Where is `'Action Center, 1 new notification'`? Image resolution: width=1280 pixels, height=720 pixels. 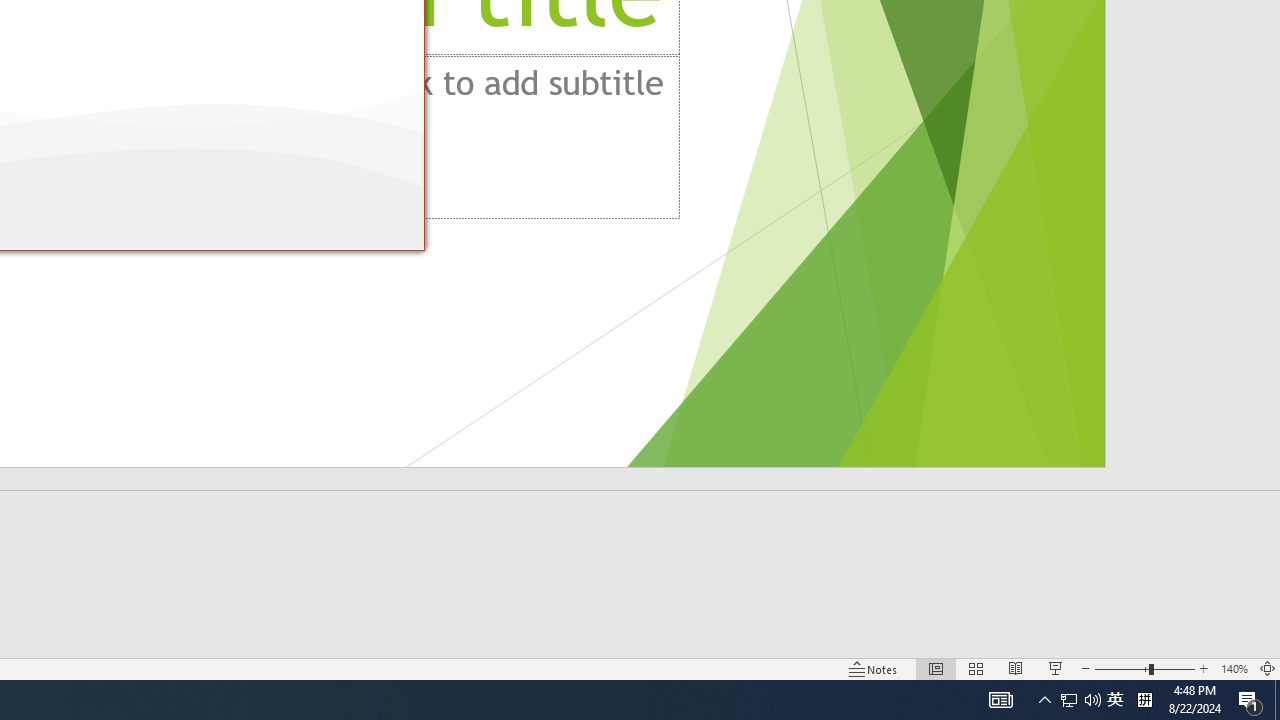 'Action Center, 1 new notification' is located at coordinates (1250, 698).